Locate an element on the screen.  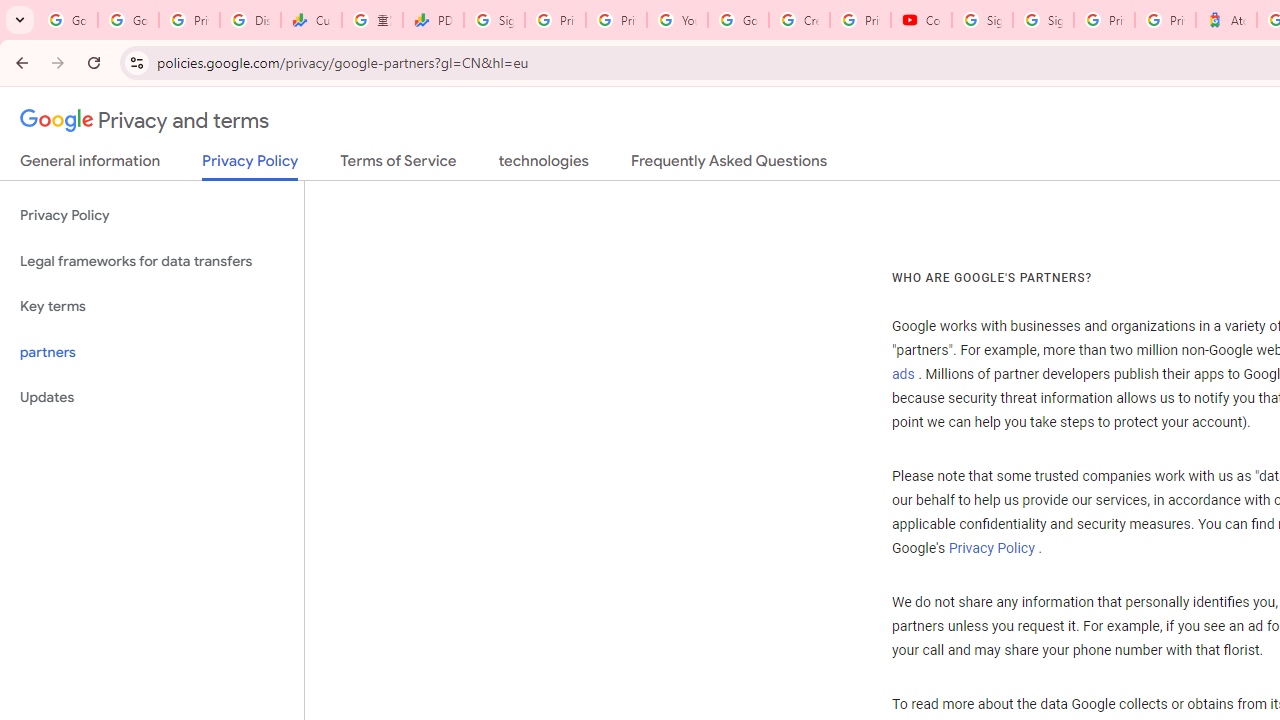
'Currencies - Google Finance' is located at coordinates (310, 20).